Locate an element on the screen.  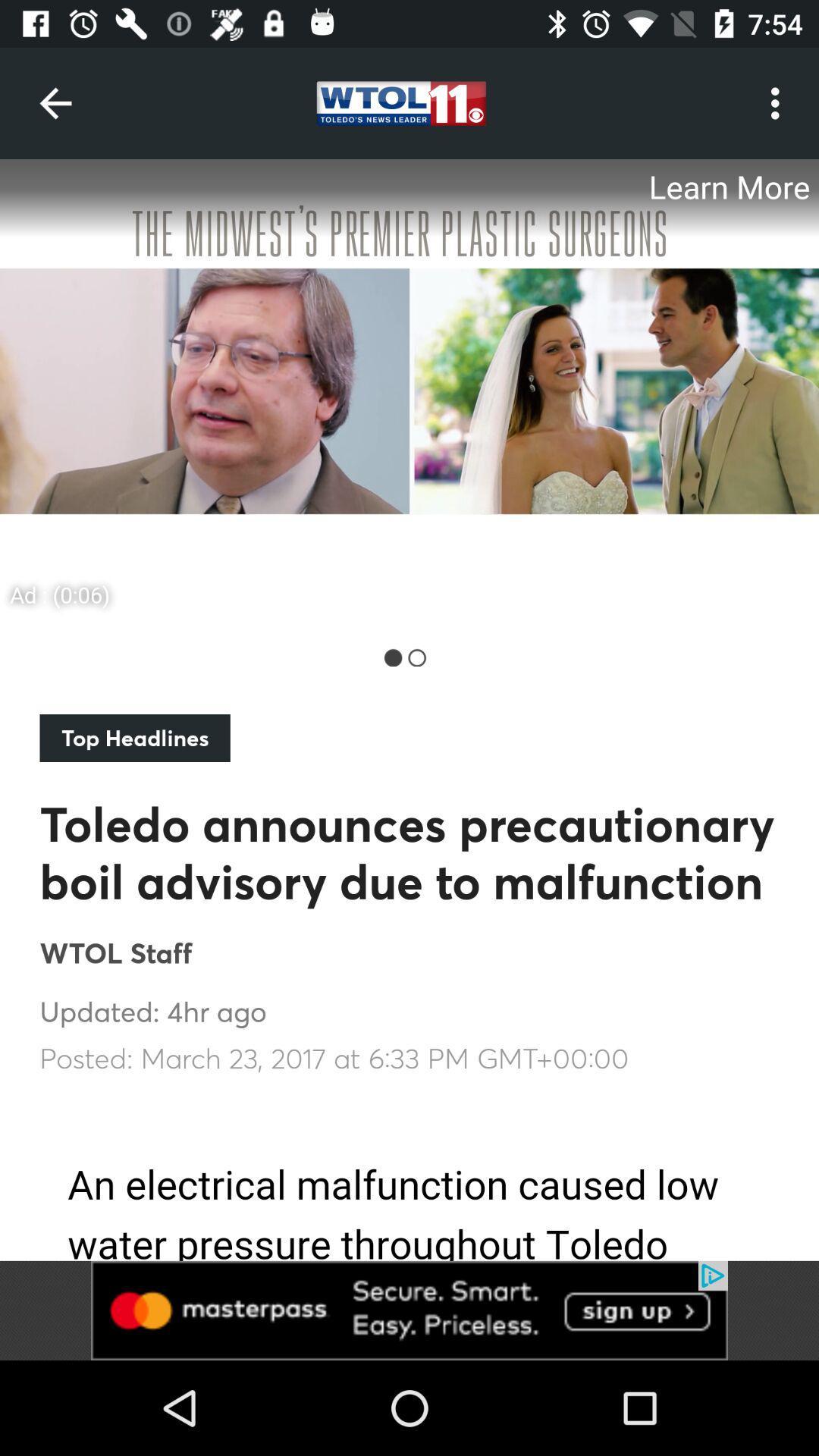
screenshot of the news given below is located at coordinates (409, 389).